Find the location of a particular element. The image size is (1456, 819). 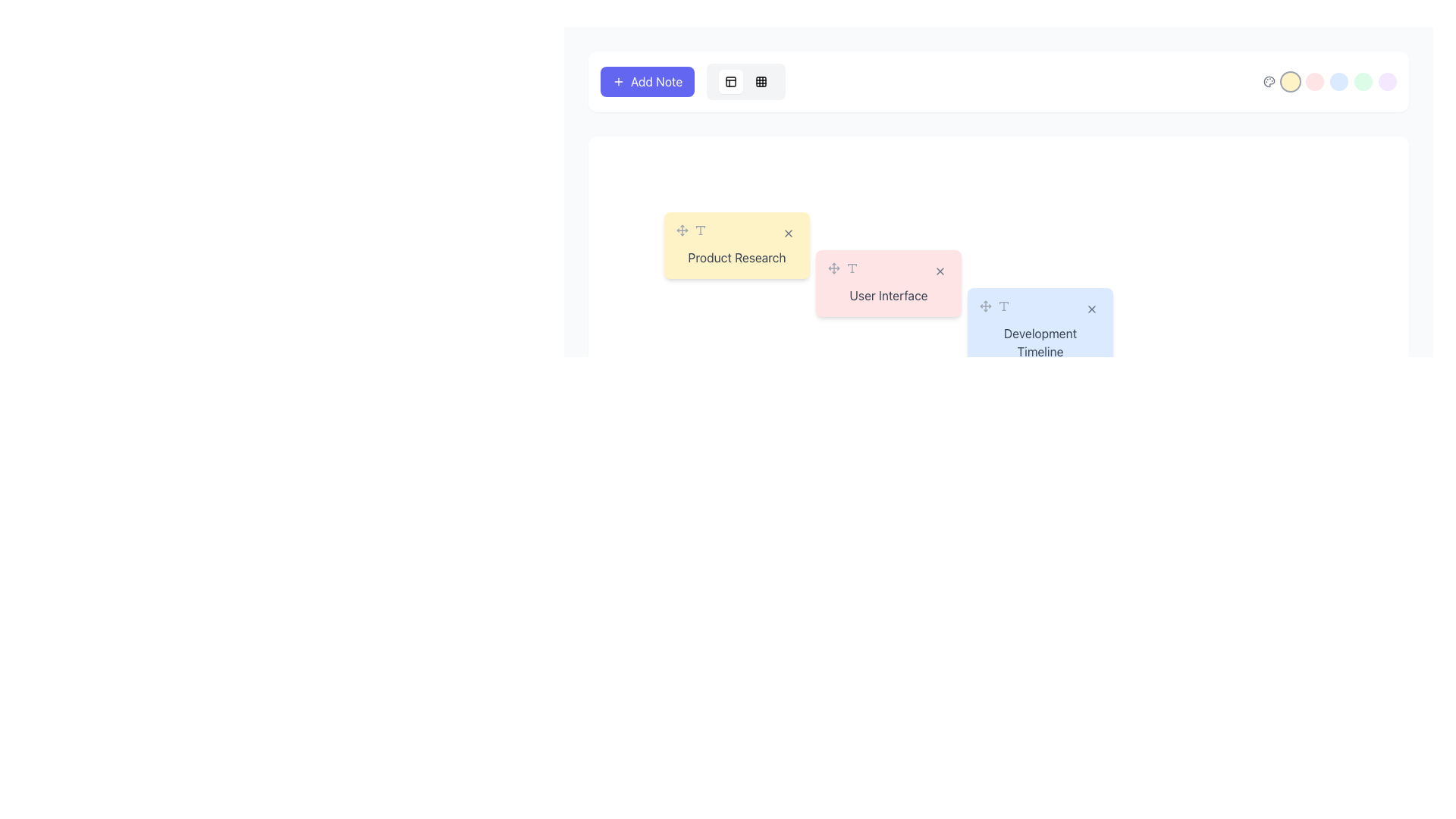

the close button located in the top-right corner of the blue 'Development Timeline' card is located at coordinates (1092, 309).